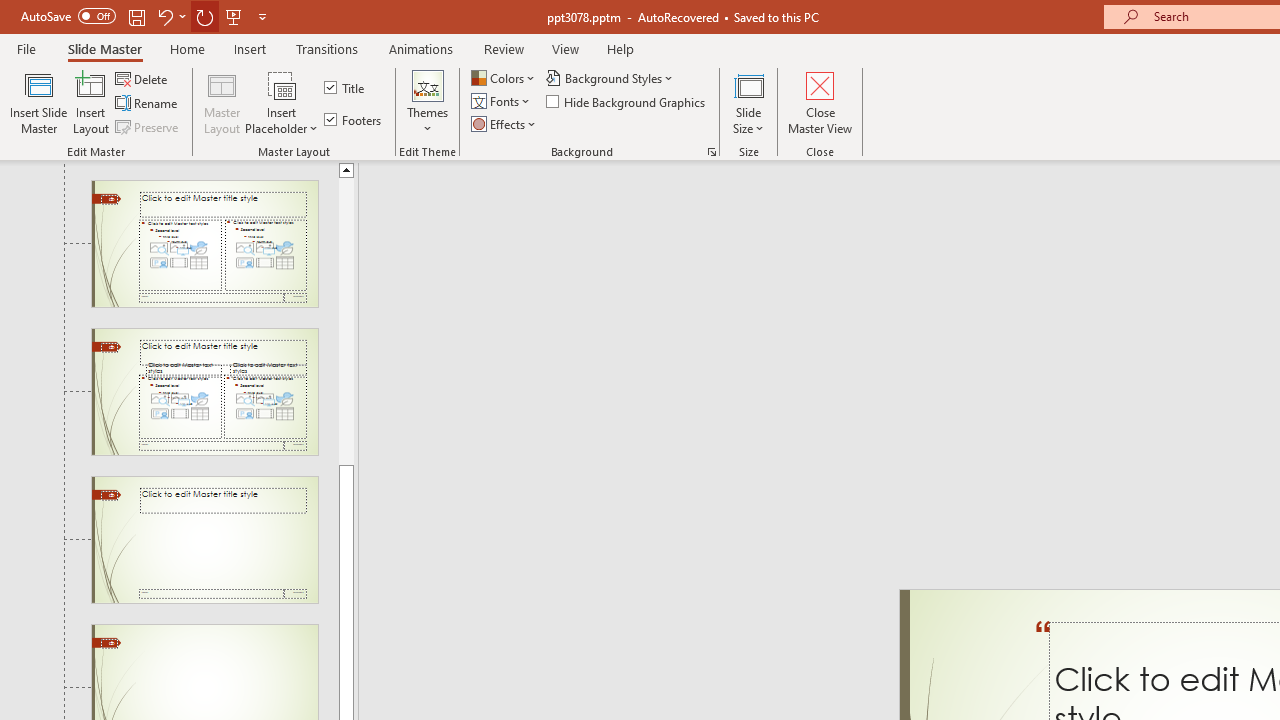 The width and height of the screenshot is (1280, 720). What do you see at coordinates (505, 124) in the screenshot?
I see `'Effects'` at bounding box center [505, 124].